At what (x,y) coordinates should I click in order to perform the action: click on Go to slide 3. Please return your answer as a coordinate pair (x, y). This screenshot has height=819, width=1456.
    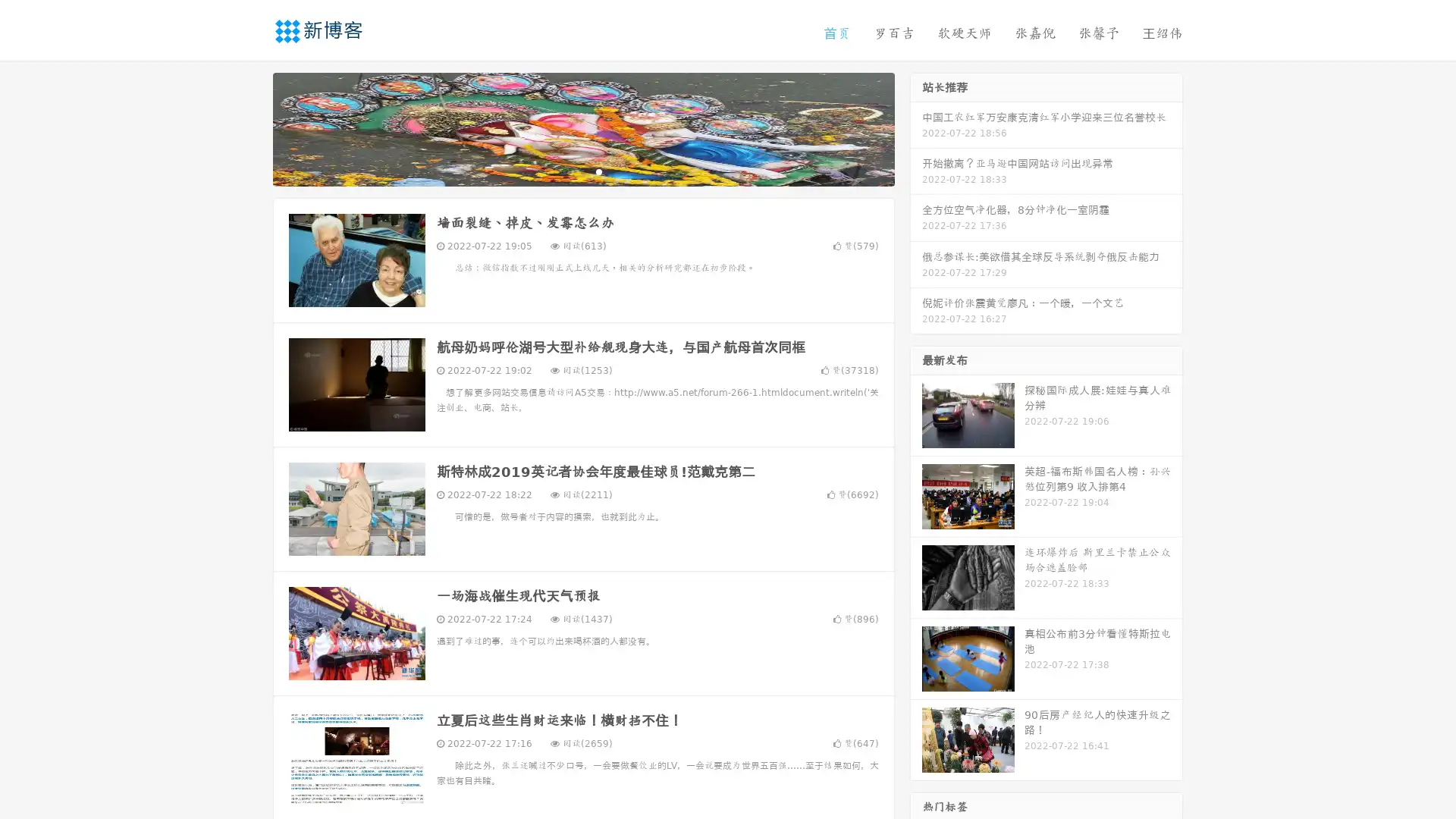
    Looking at the image, I should click on (598, 171).